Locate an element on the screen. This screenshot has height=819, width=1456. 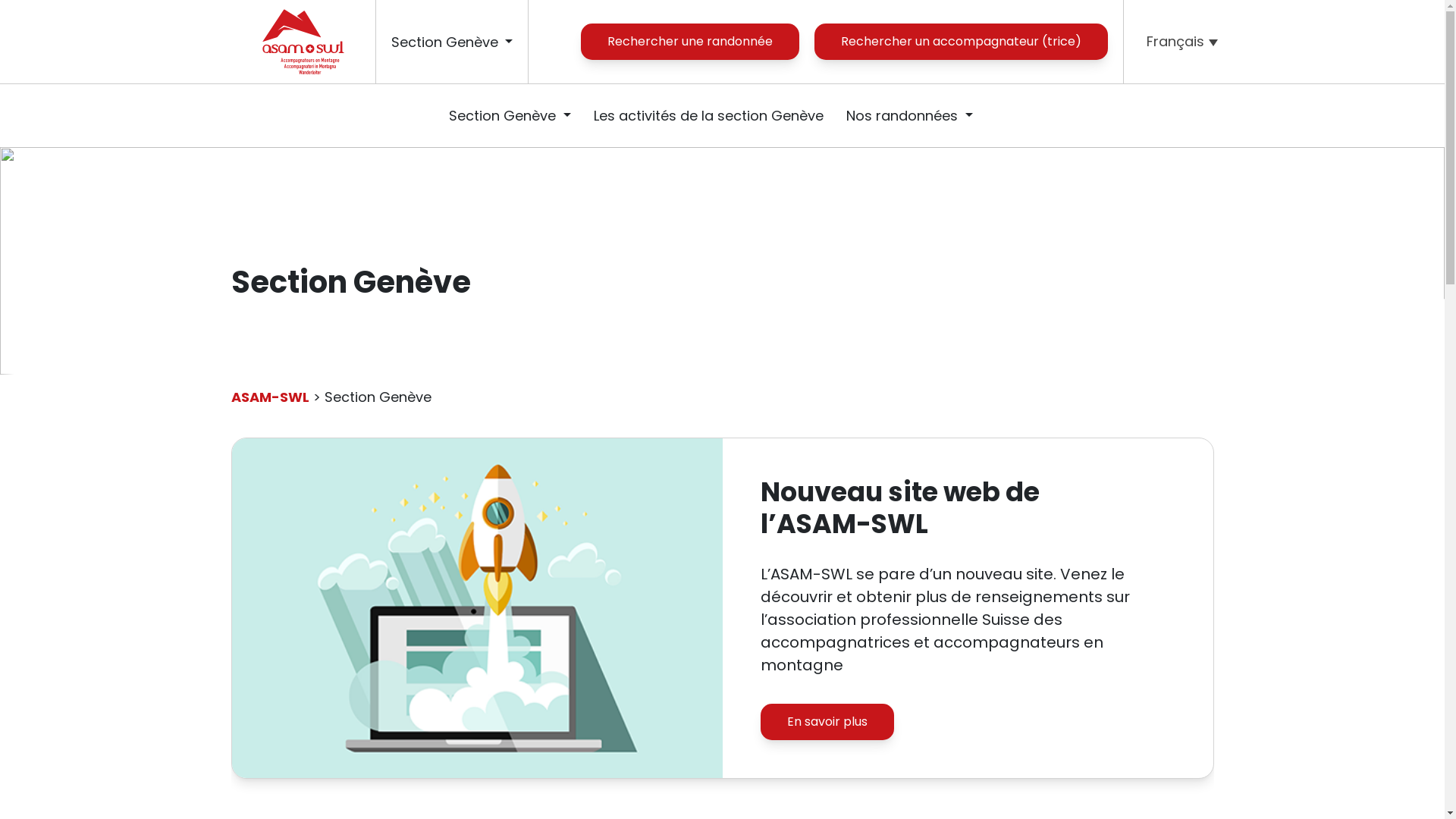
'ASAM-SWL' is located at coordinates (269, 396).